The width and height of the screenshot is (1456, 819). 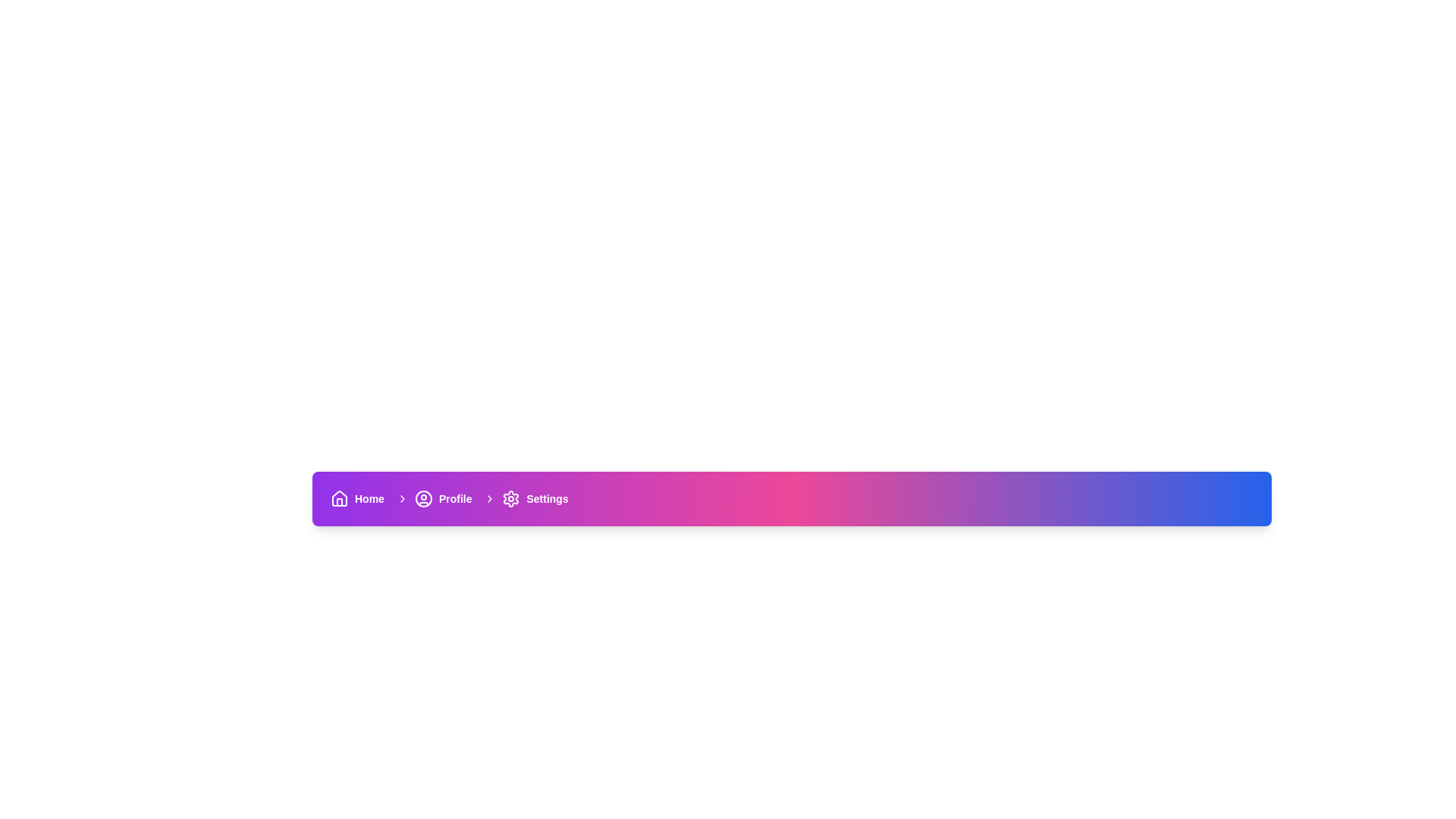 I want to click on the third Interactive navigation link in the navigation bar, so click(x=526, y=499).